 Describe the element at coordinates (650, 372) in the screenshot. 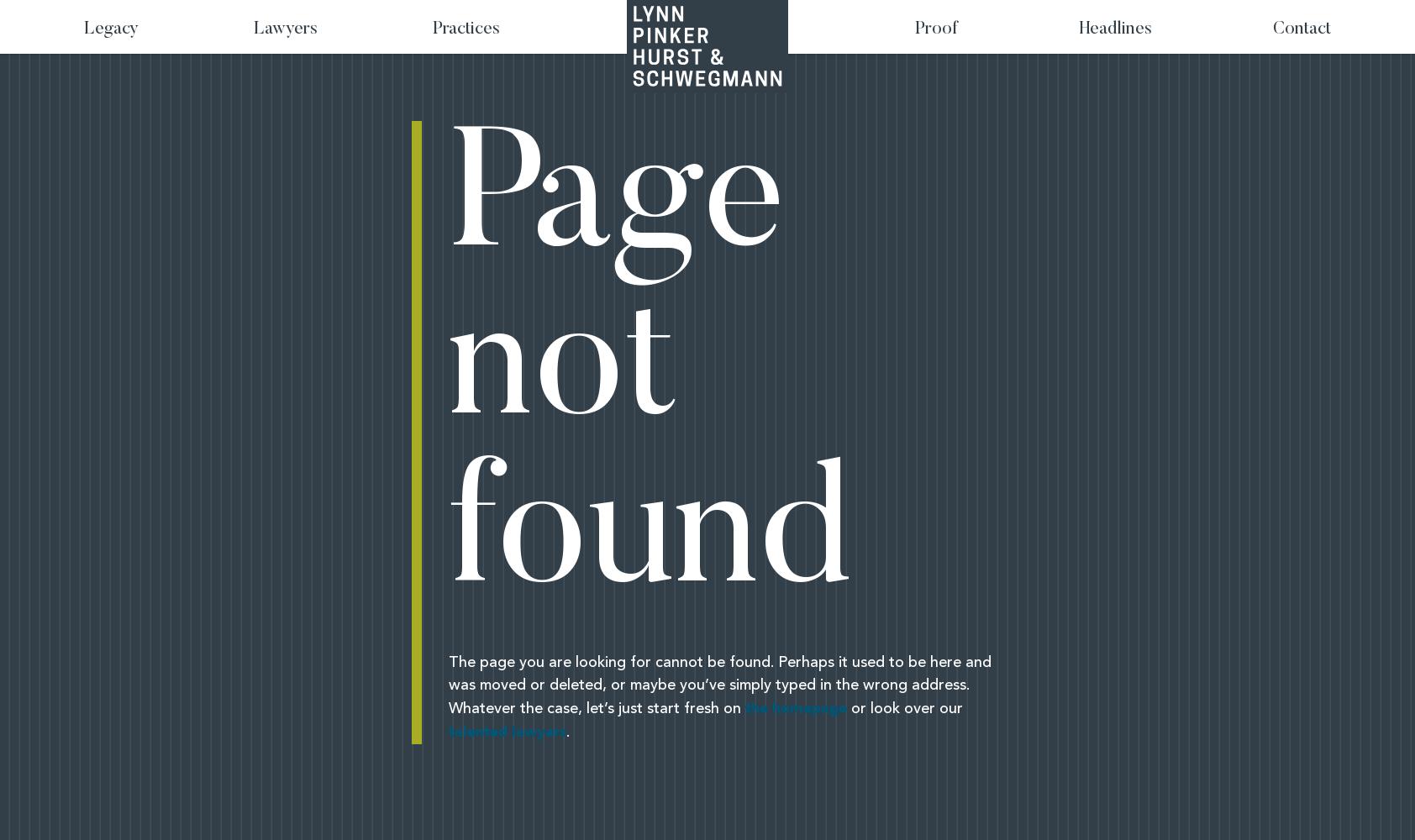

I see `'Page not found'` at that location.